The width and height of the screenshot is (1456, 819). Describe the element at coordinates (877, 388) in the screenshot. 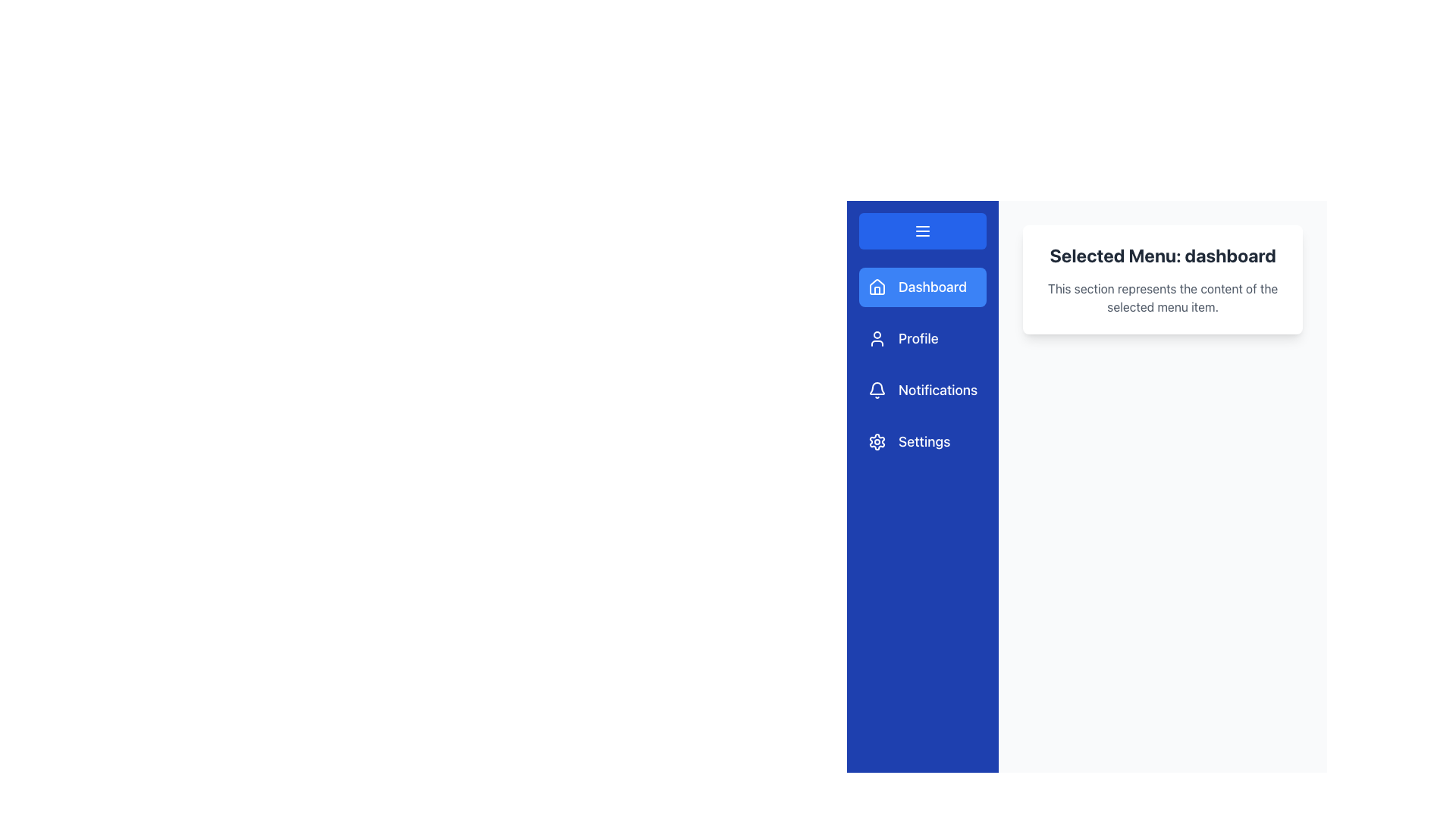

I see `the notification icon located in the blue sidebar, which is part of the interactive menu and is associated with the 'Notifications' label` at that location.